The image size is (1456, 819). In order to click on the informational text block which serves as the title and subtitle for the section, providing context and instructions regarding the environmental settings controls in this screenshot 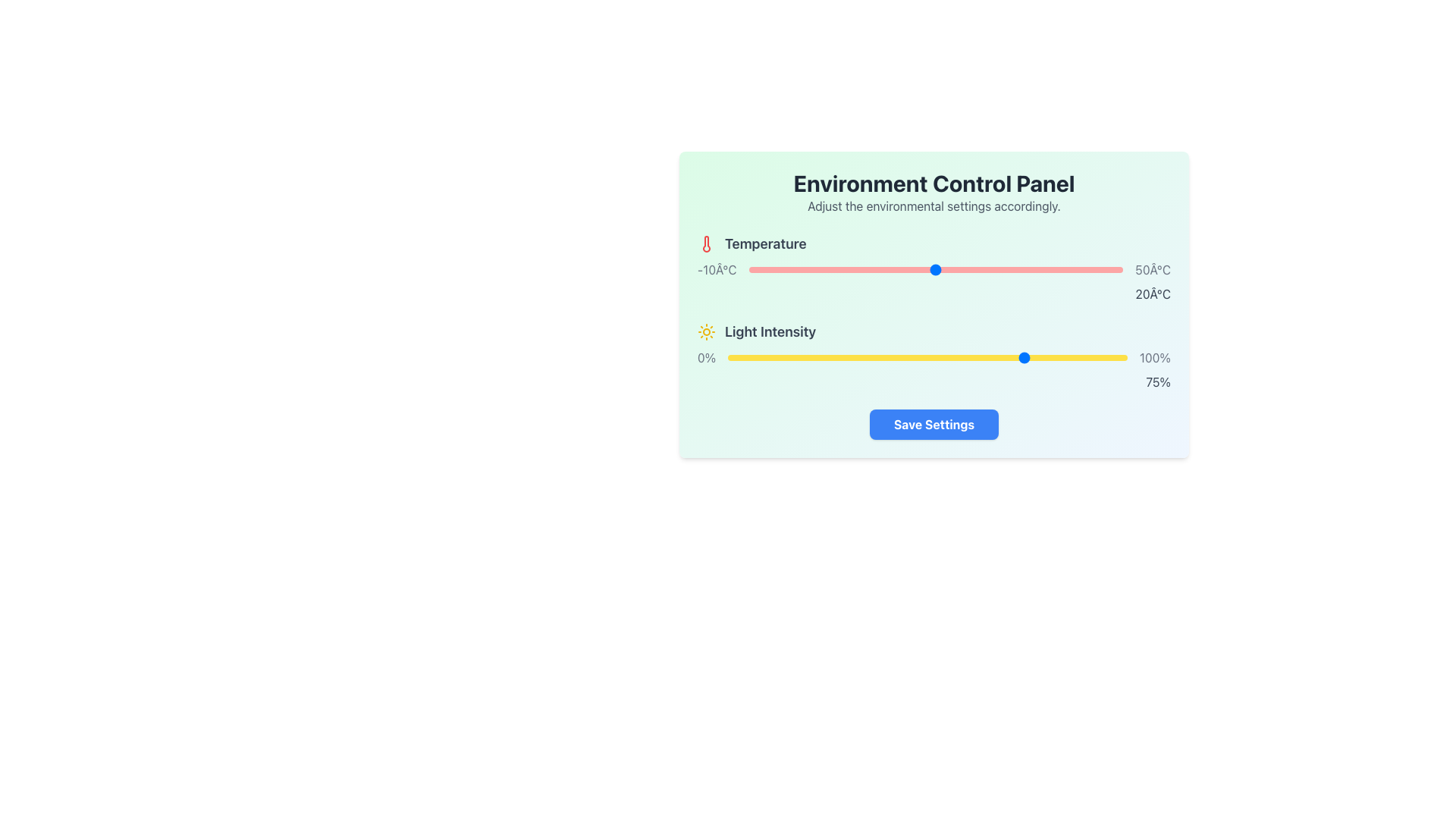, I will do `click(934, 192)`.